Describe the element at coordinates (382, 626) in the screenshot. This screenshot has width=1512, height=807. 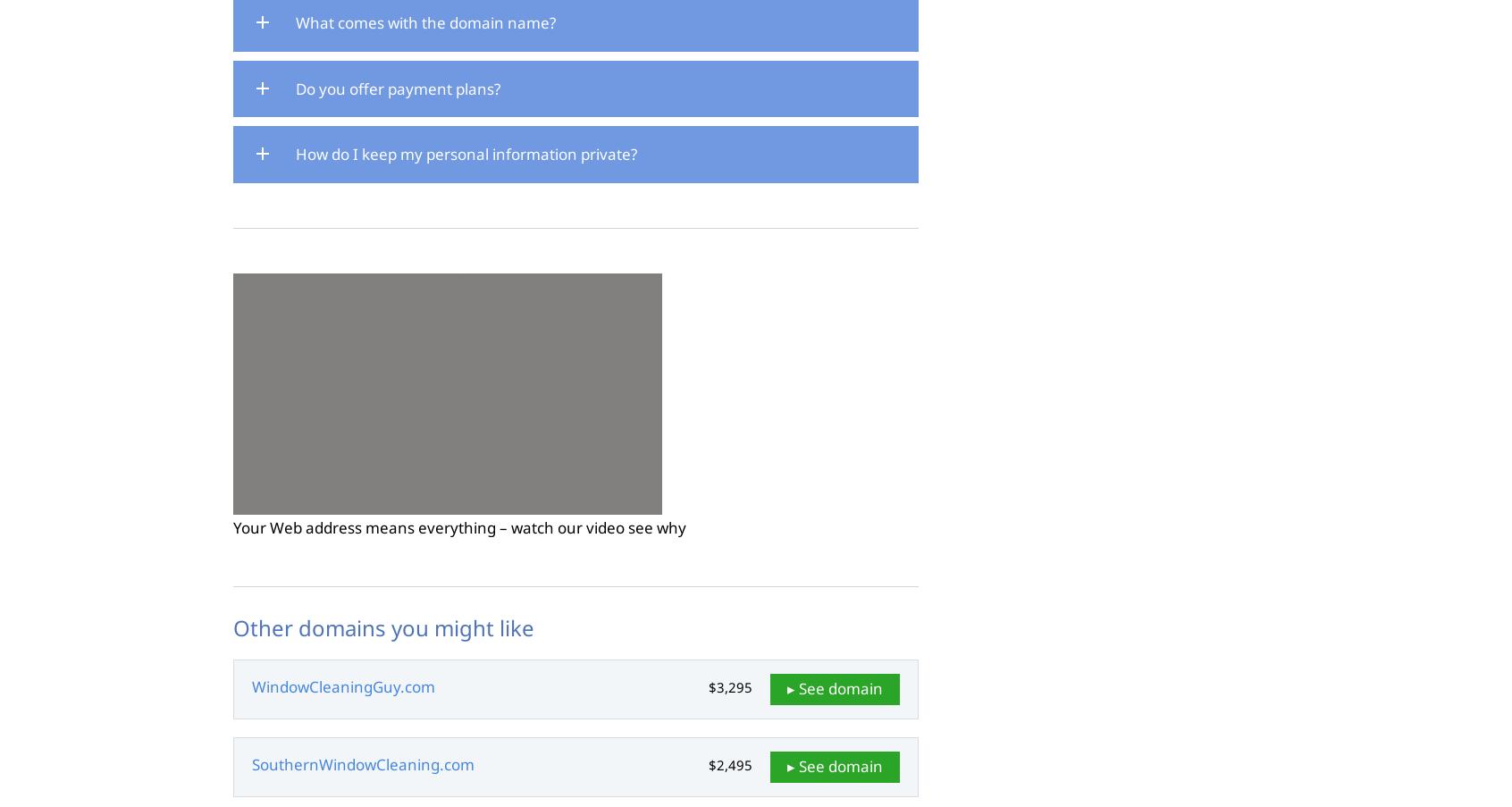
I see `'Other domains you might like'` at that location.